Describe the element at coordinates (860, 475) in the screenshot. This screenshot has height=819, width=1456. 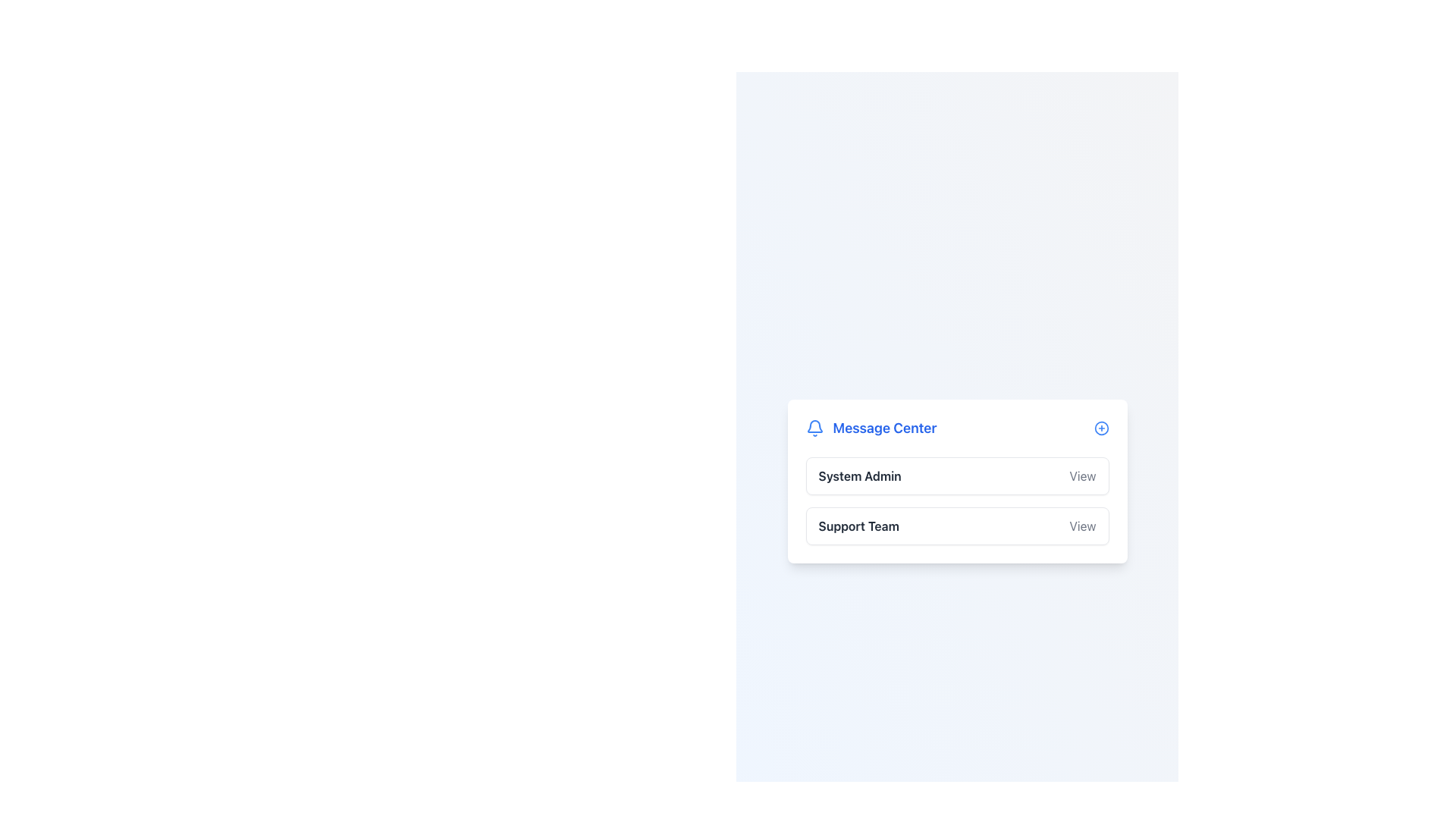
I see `the text label 'System Admin' which is styled in bold dark gray and located within the 'Message Center' card, positioned to the left of the 'View' link` at that location.